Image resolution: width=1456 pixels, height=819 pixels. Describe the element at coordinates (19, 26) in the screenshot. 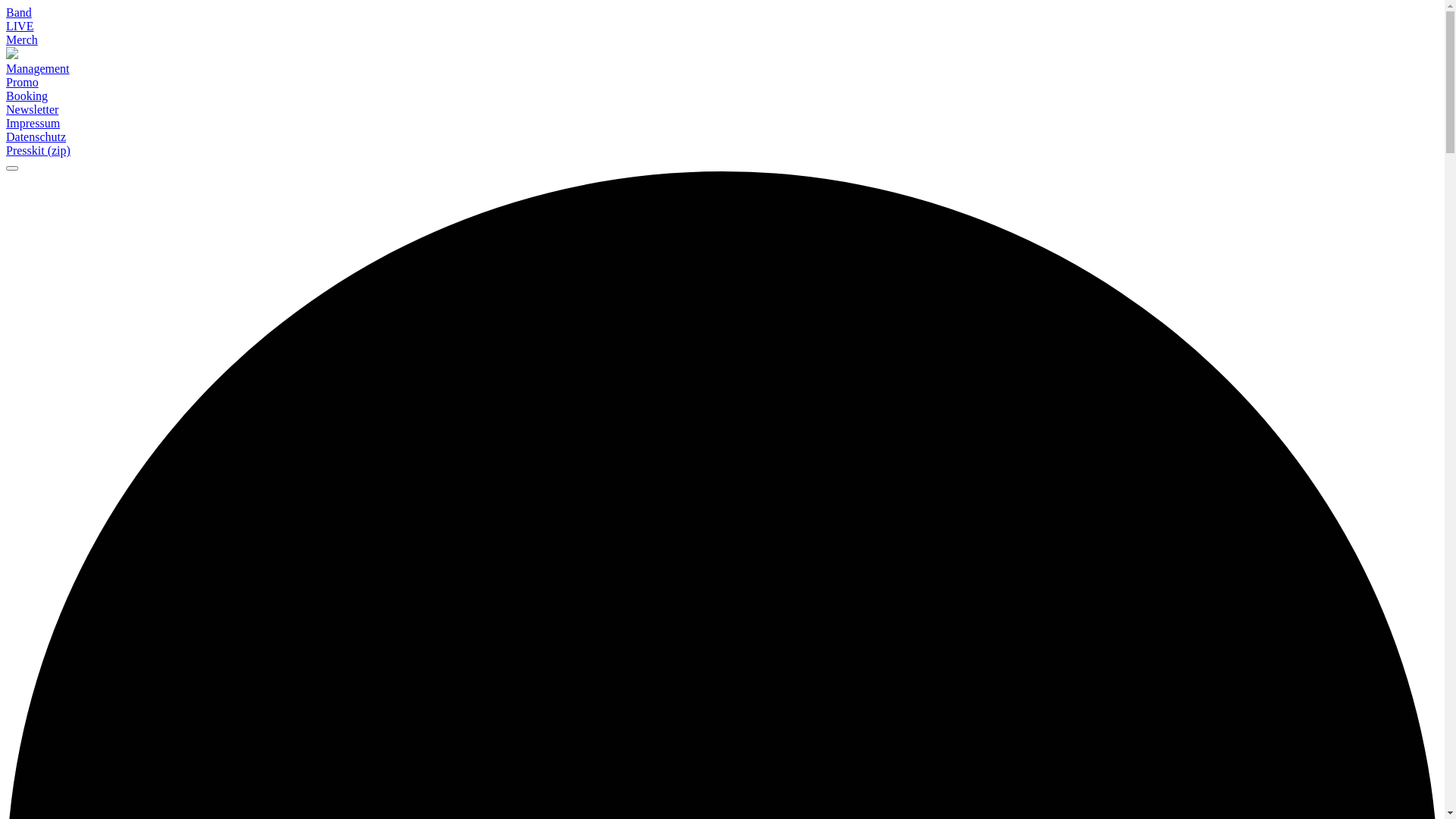

I see `'LIVE'` at that location.